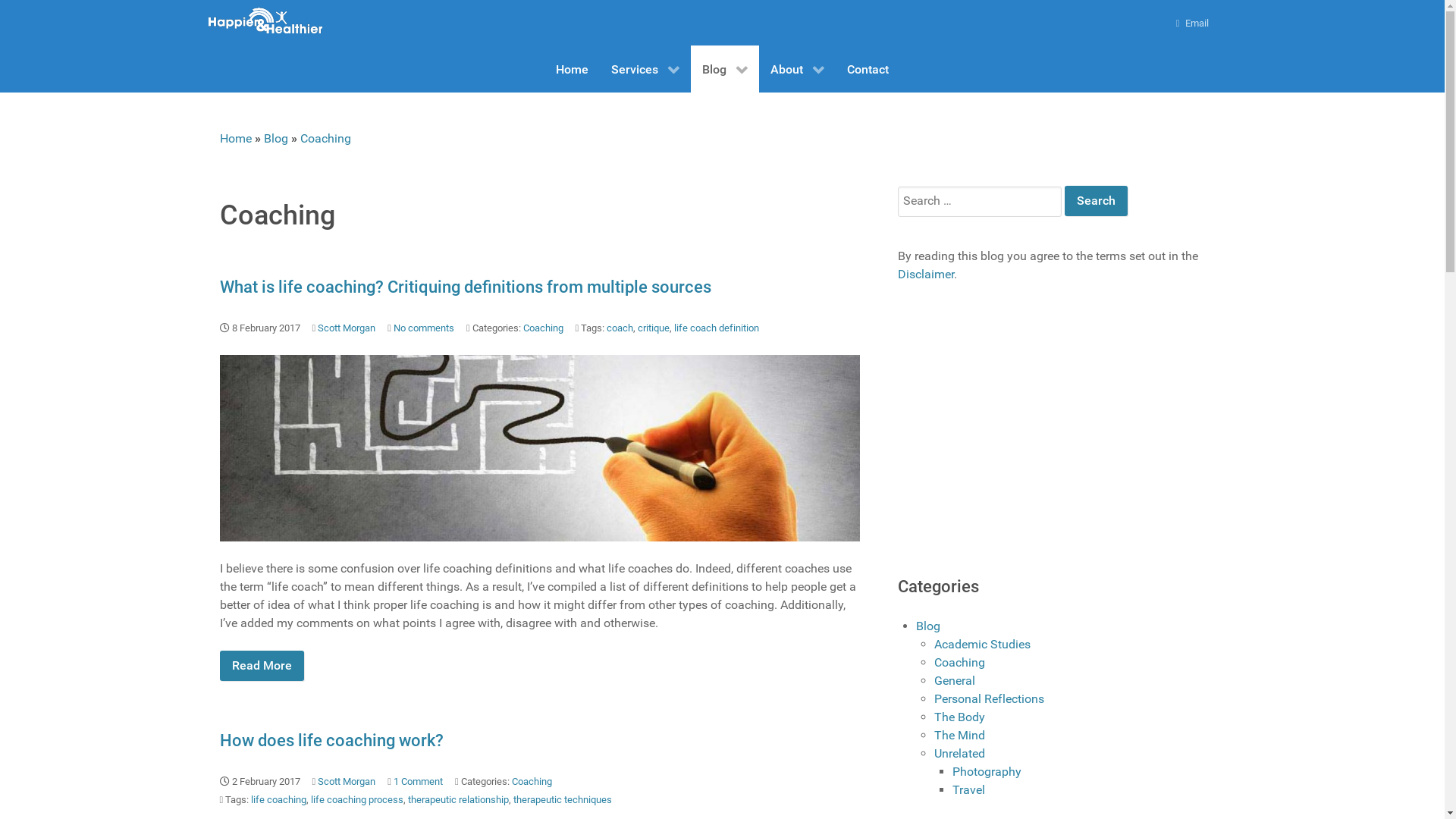  I want to click on 'life coaching process', so click(356, 799).